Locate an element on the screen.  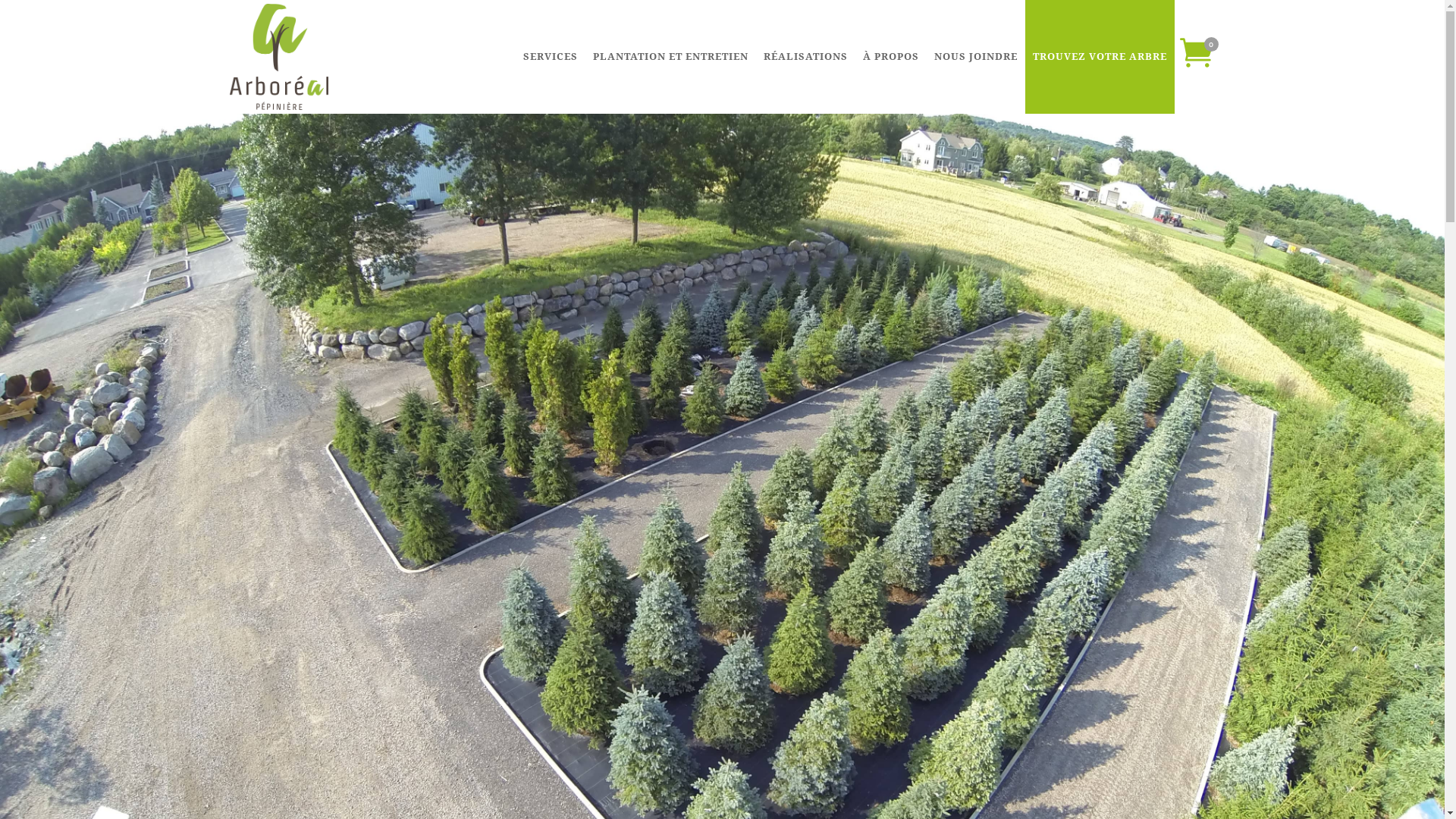
'0' is located at coordinates (1196, 55).